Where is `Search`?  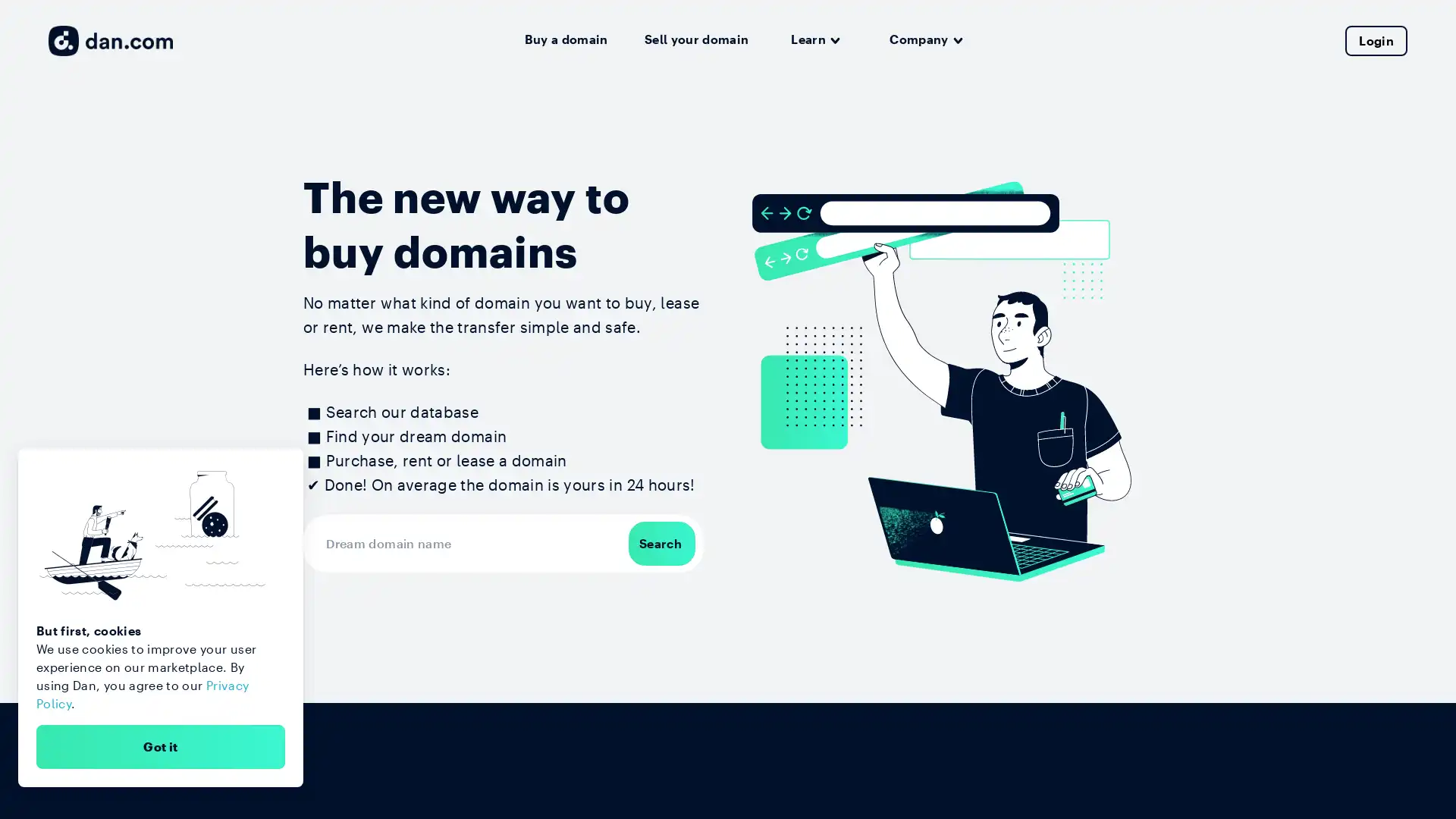
Search is located at coordinates (661, 542).